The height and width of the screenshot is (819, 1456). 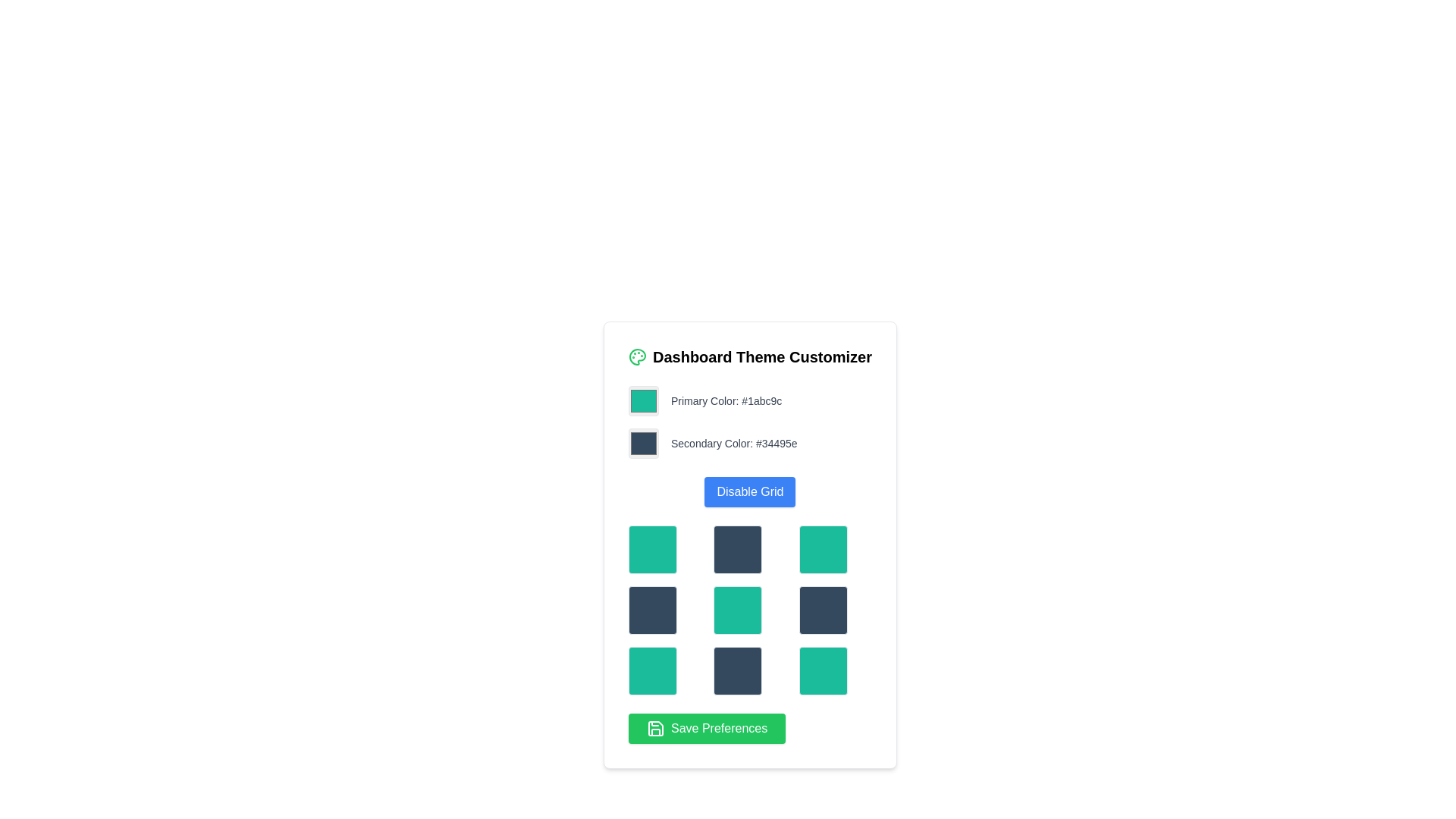 I want to click on text content of the Text Label stating 'Secondary Color: #34495e', which is styled in small gray font and positioned next to a square color preview box in the Dashboard Theme Customizer, so click(x=734, y=444).